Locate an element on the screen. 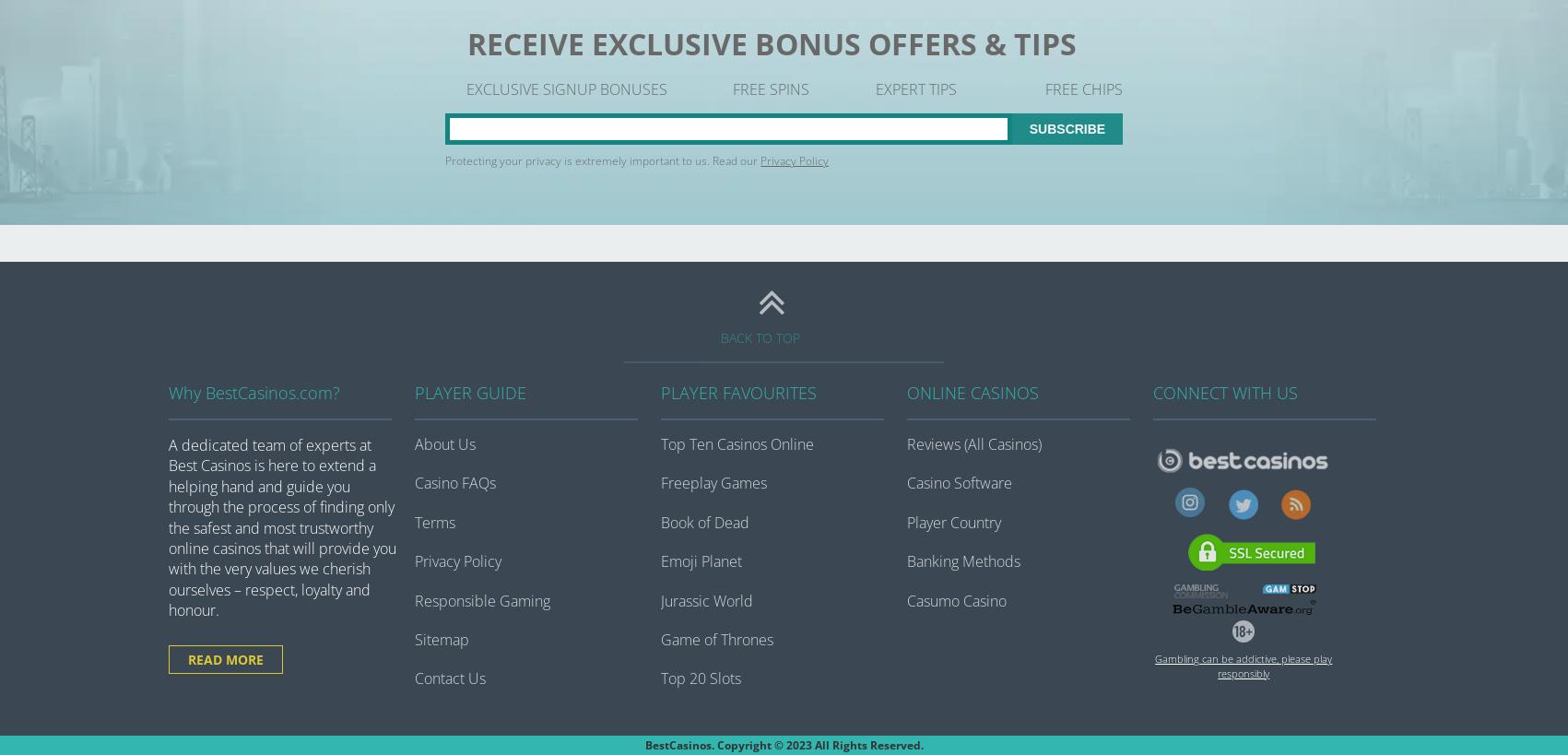 Image resolution: width=1568 pixels, height=755 pixels. 'Emoji Planet' is located at coordinates (701, 560).